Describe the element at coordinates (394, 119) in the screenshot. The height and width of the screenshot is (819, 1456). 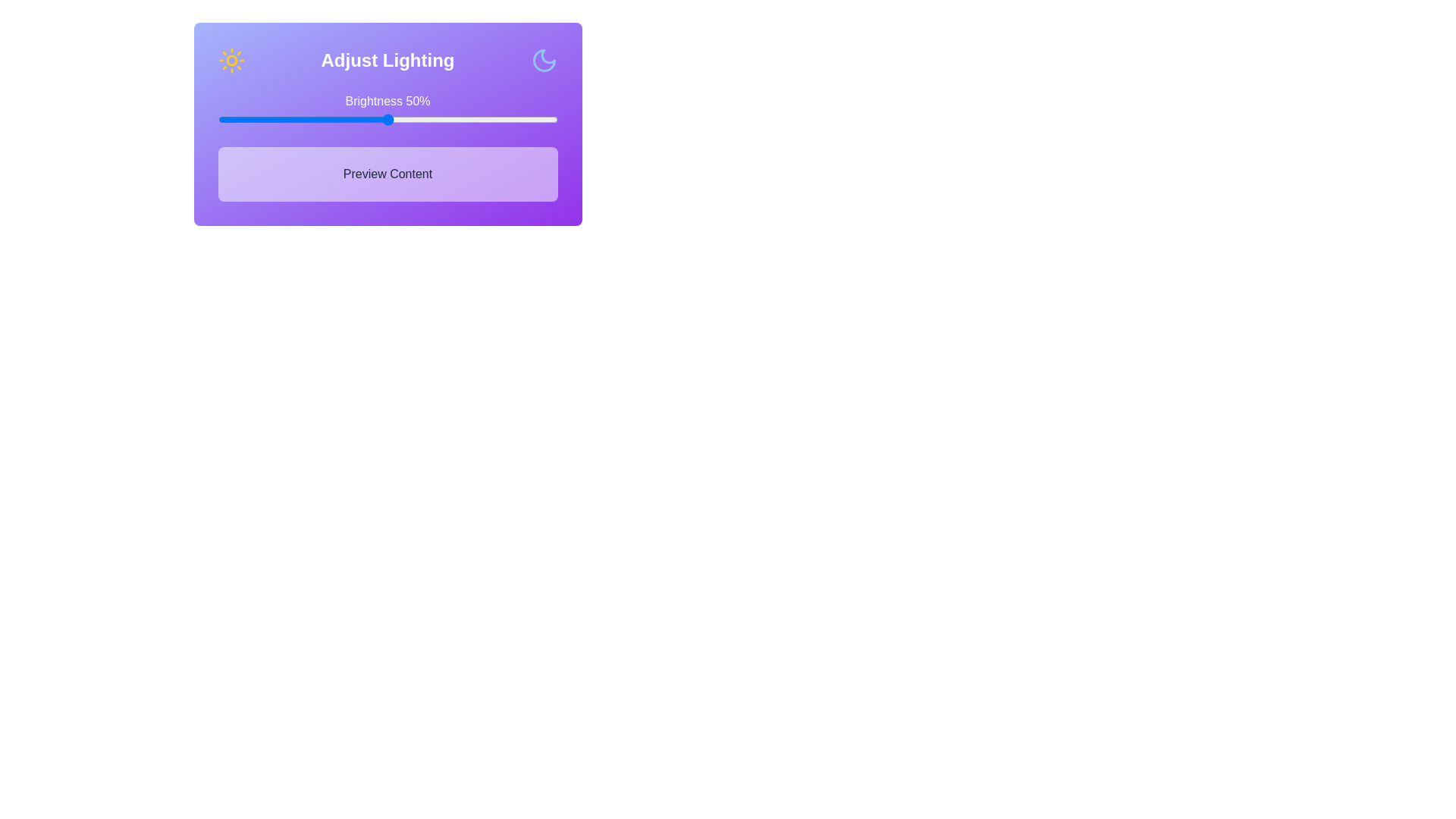
I see `the brightness slider to 52% to observe changes in the 'Preview Content' section` at that location.